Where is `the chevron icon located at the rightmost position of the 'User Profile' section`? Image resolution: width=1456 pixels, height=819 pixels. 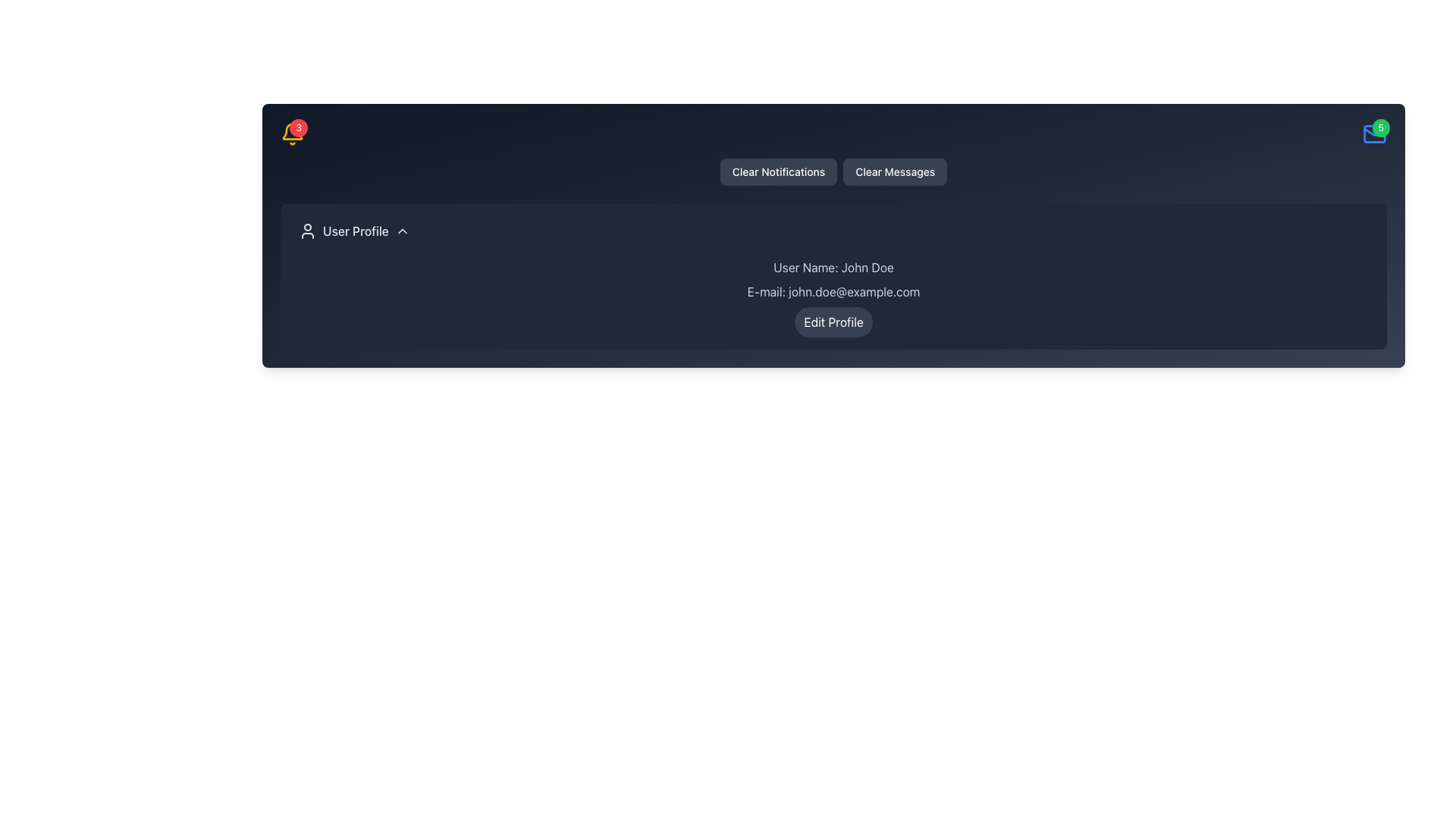
the chevron icon located at the rightmost position of the 'User Profile' section is located at coordinates (402, 231).